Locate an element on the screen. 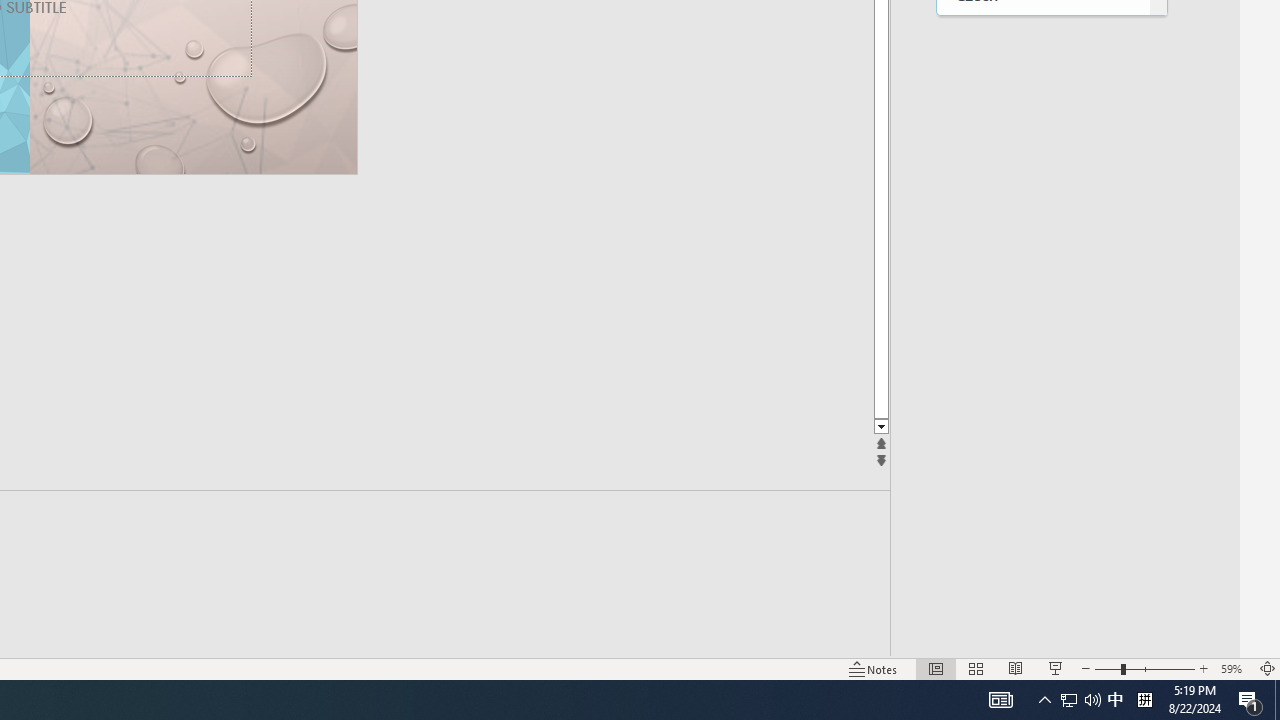  'Zoom 59%' is located at coordinates (1233, 669).